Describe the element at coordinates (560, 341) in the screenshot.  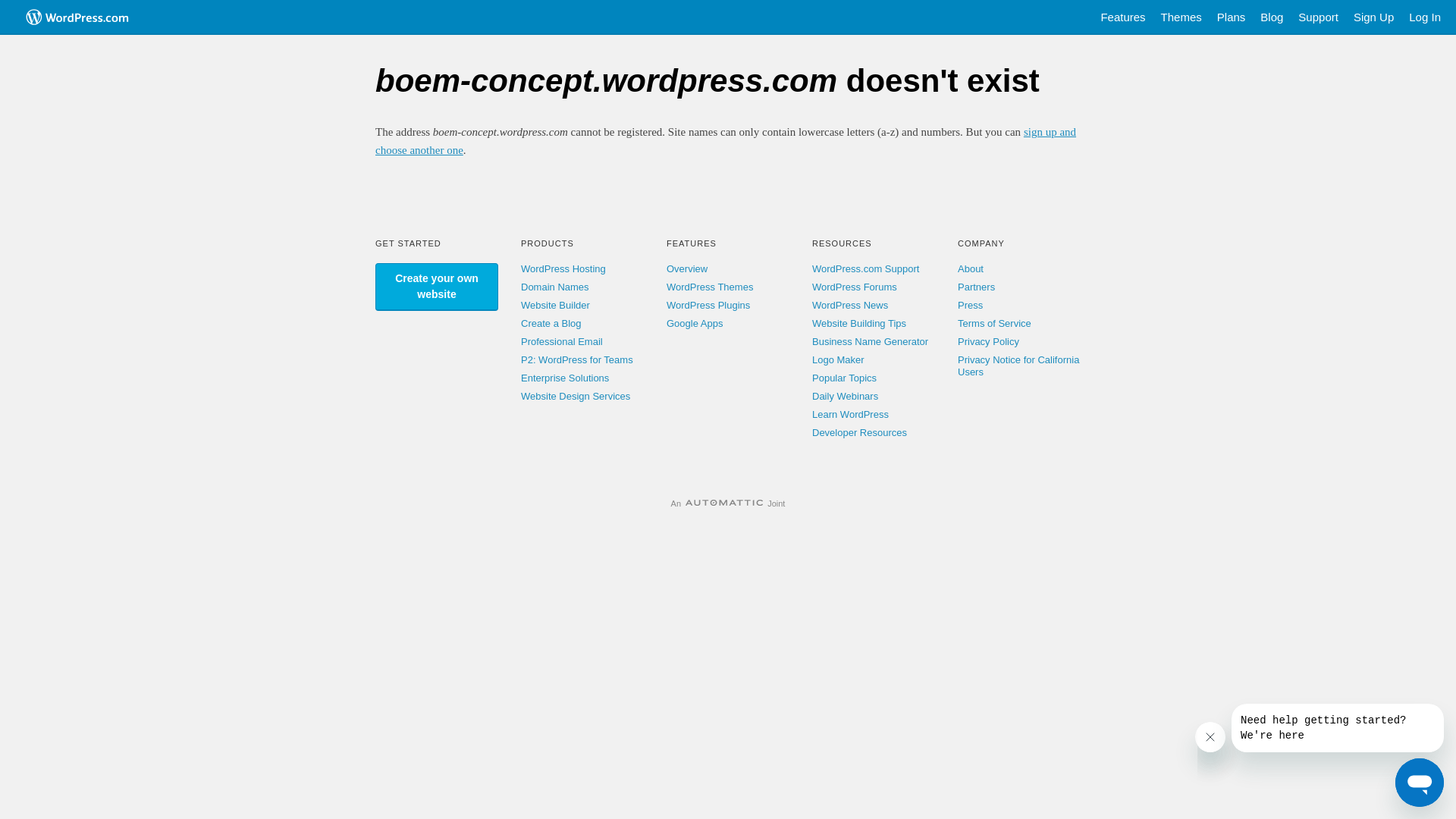
I see `'Professional Email'` at that location.